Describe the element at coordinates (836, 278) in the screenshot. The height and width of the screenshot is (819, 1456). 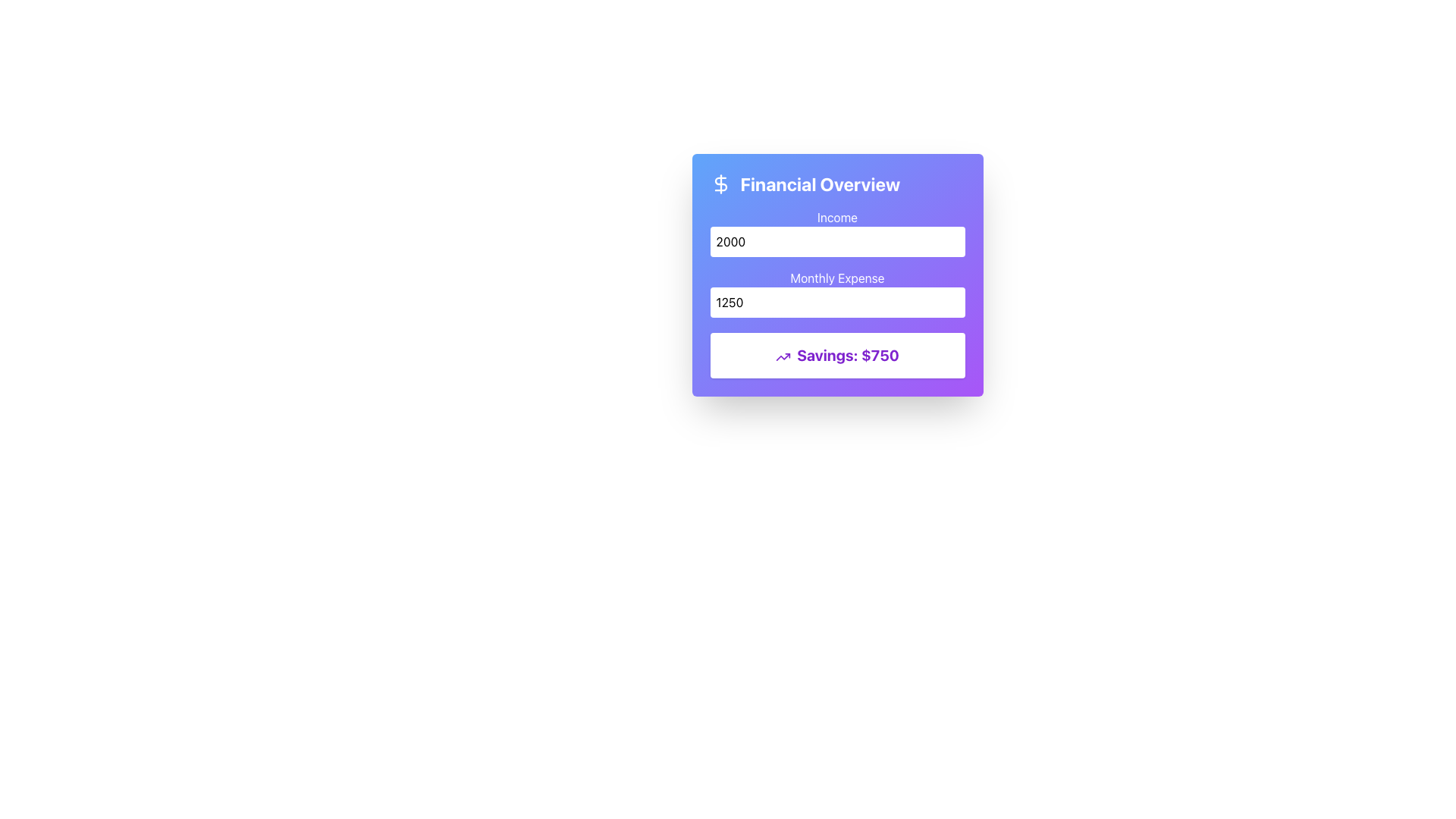
I see `the static text label indicating the purpose of the adjacent input field for monthly expenses, which is positioned below the 'Income' label and above the numeric input field` at that location.